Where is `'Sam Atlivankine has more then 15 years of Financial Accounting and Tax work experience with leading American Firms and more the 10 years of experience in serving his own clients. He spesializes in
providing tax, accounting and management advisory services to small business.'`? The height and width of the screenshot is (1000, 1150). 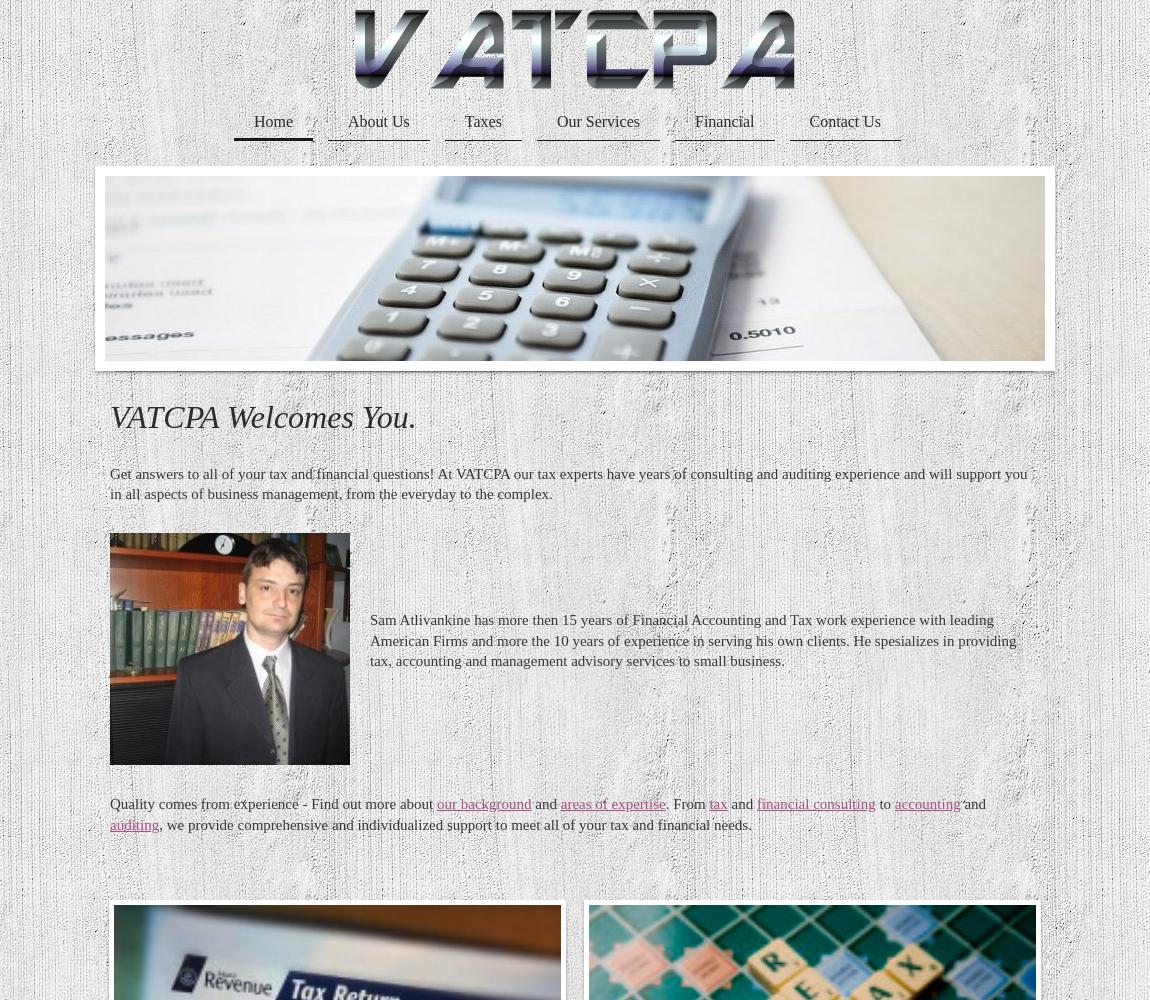
'Sam Atlivankine has more then 15 years of Financial Accounting and Tax work experience with leading American Firms and more the 10 years of experience in serving his own clients. He spesializes in
providing tax, accounting and management advisory services to small business.' is located at coordinates (369, 640).